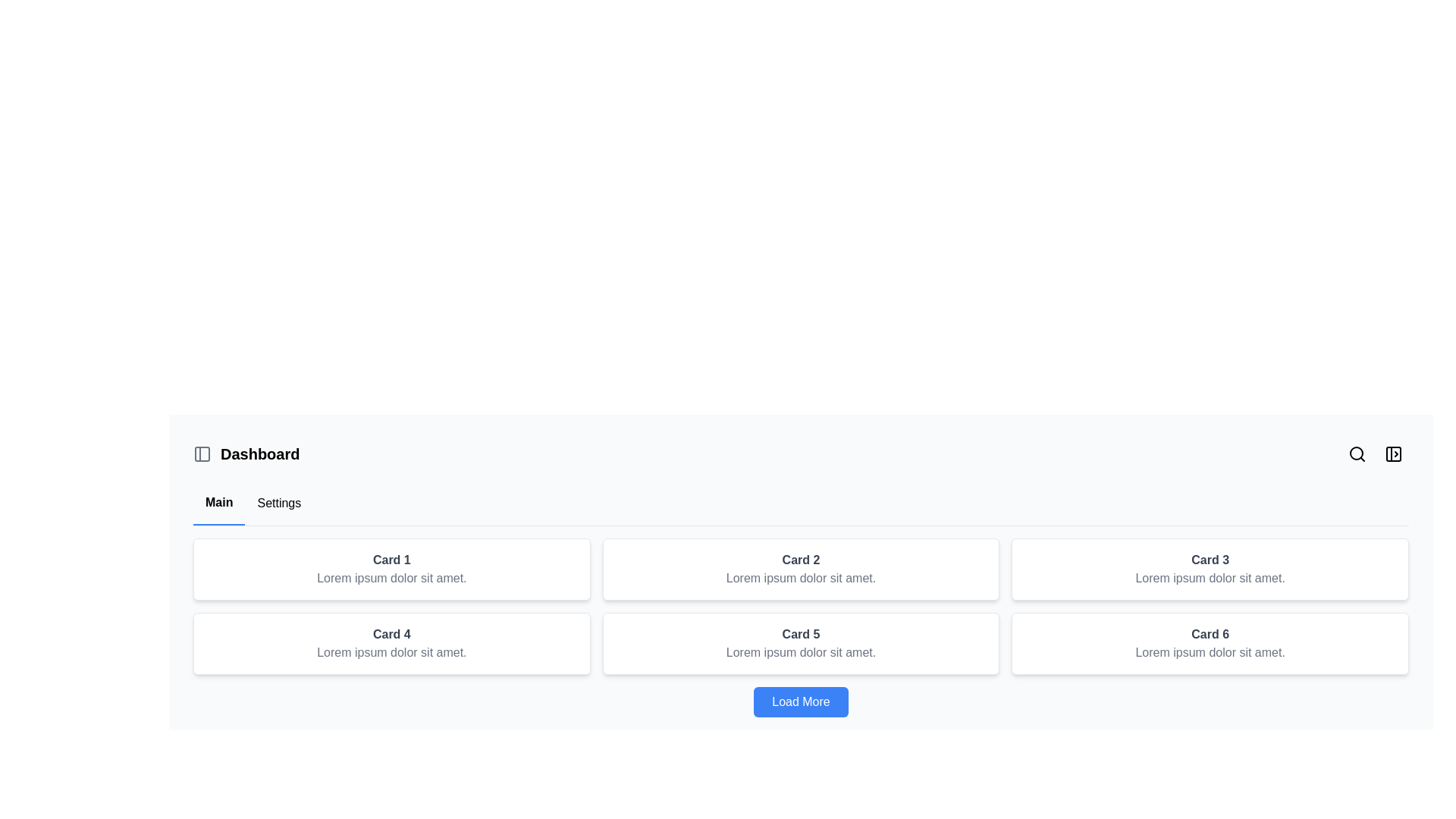  What do you see at coordinates (1210, 570) in the screenshot?
I see `text inside the Card labeled 'Card 3' located in the top-right corner of the grid's first row` at bounding box center [1210, 570].